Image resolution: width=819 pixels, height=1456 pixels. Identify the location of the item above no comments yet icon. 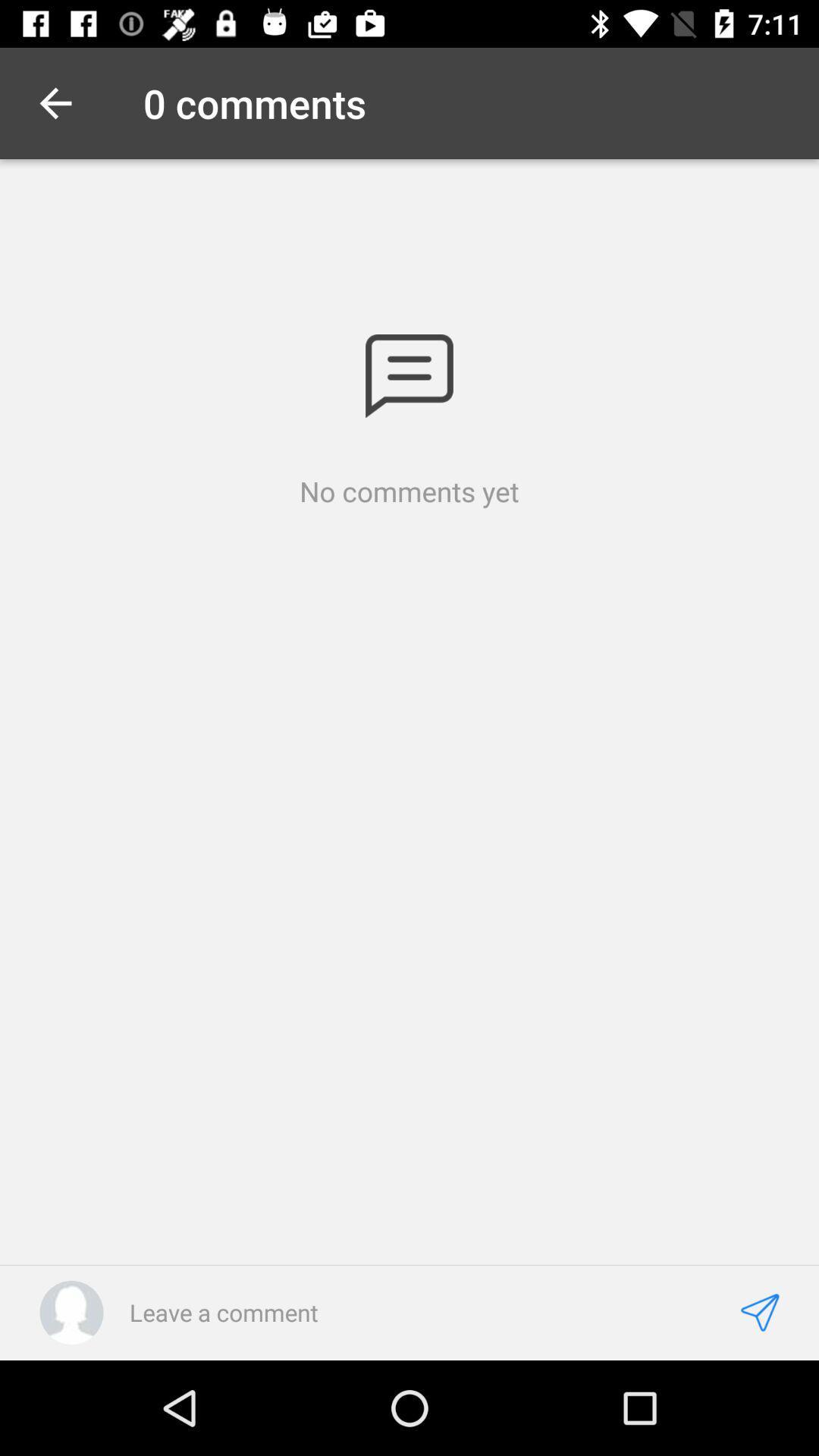
(409, 376).